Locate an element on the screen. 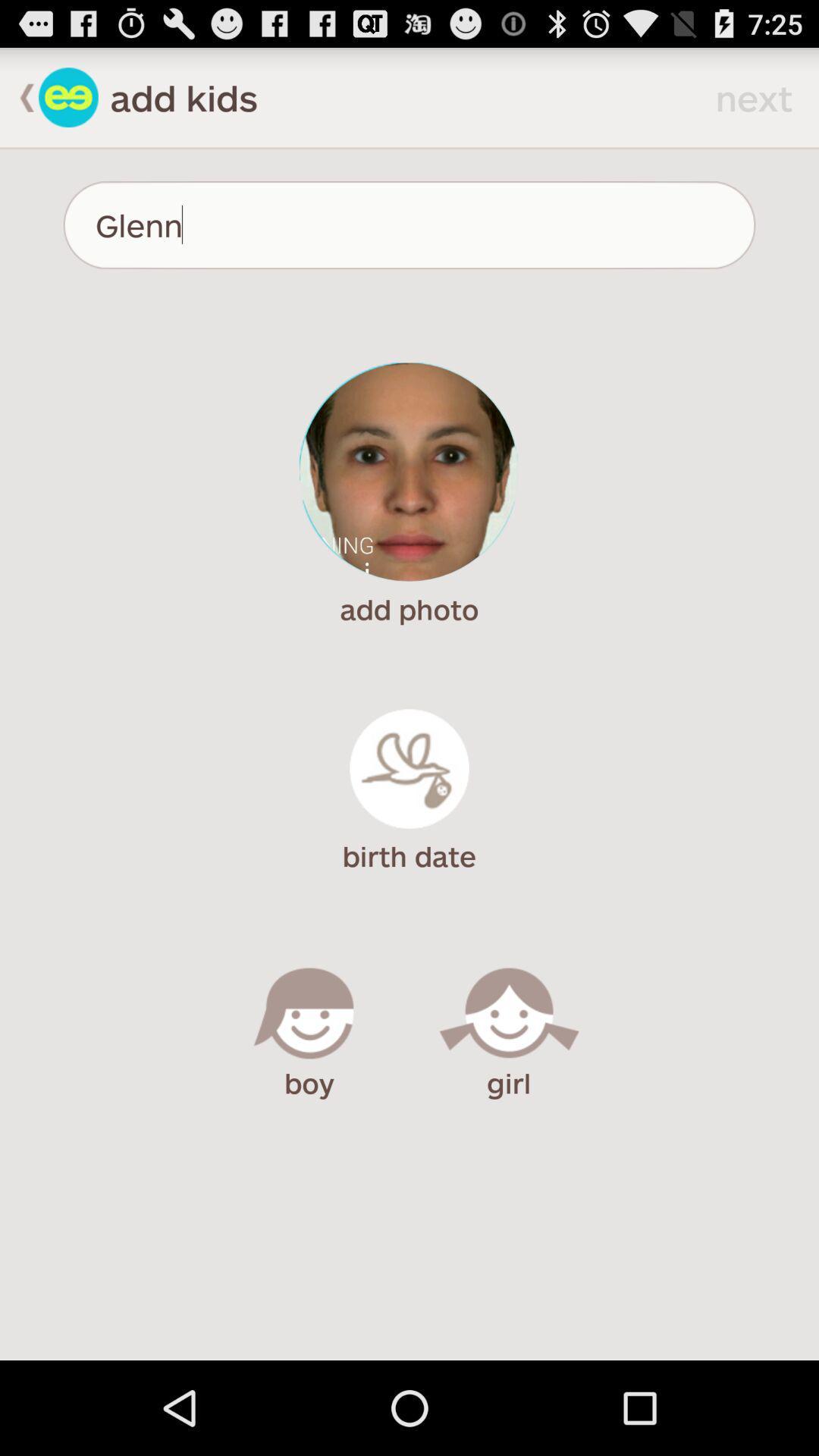 The height and width of the screenshot is (1456, 819). the emoji icon is located at coordinates (68, 103).